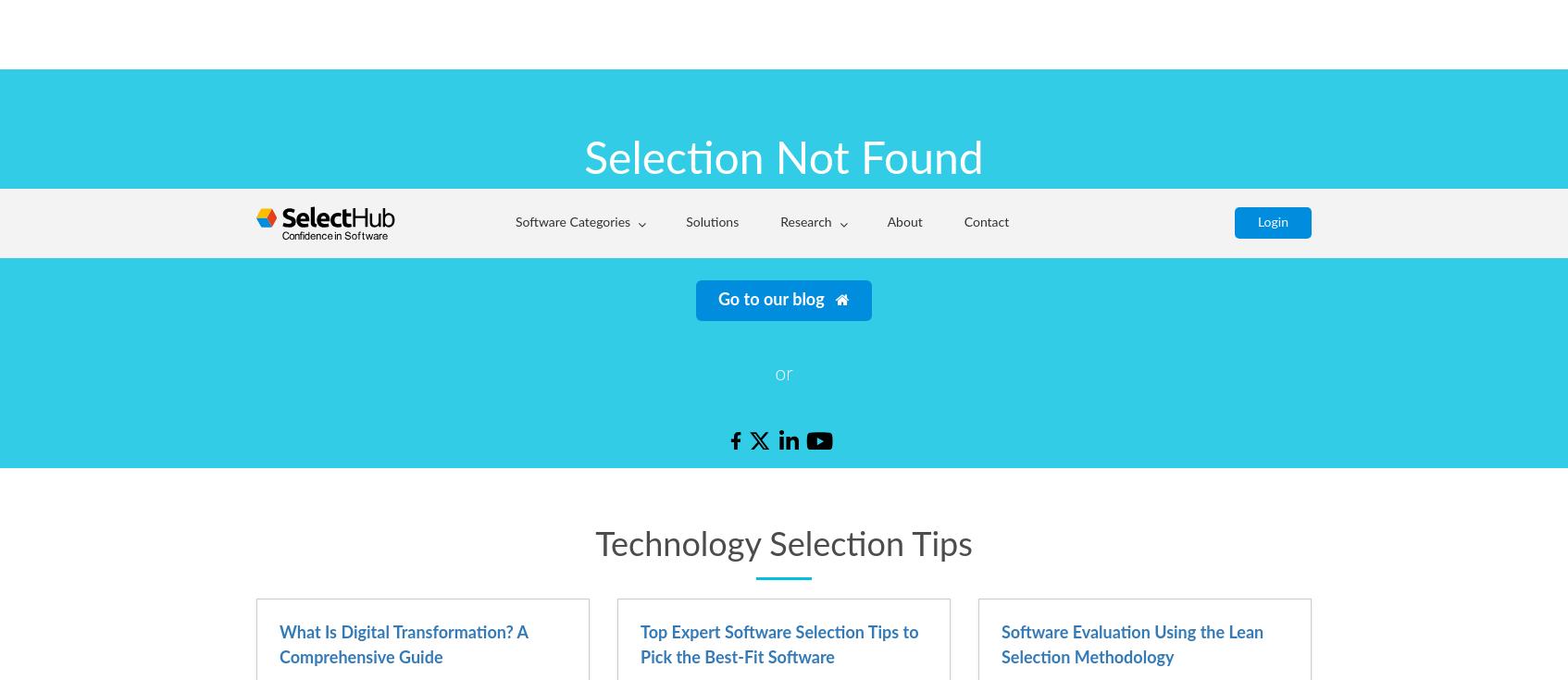 The width and height of the screenshot is (1568, 680). Describe the element at coordinates (711, 32) in the screenshot. I see `'Solutions'` at that location.